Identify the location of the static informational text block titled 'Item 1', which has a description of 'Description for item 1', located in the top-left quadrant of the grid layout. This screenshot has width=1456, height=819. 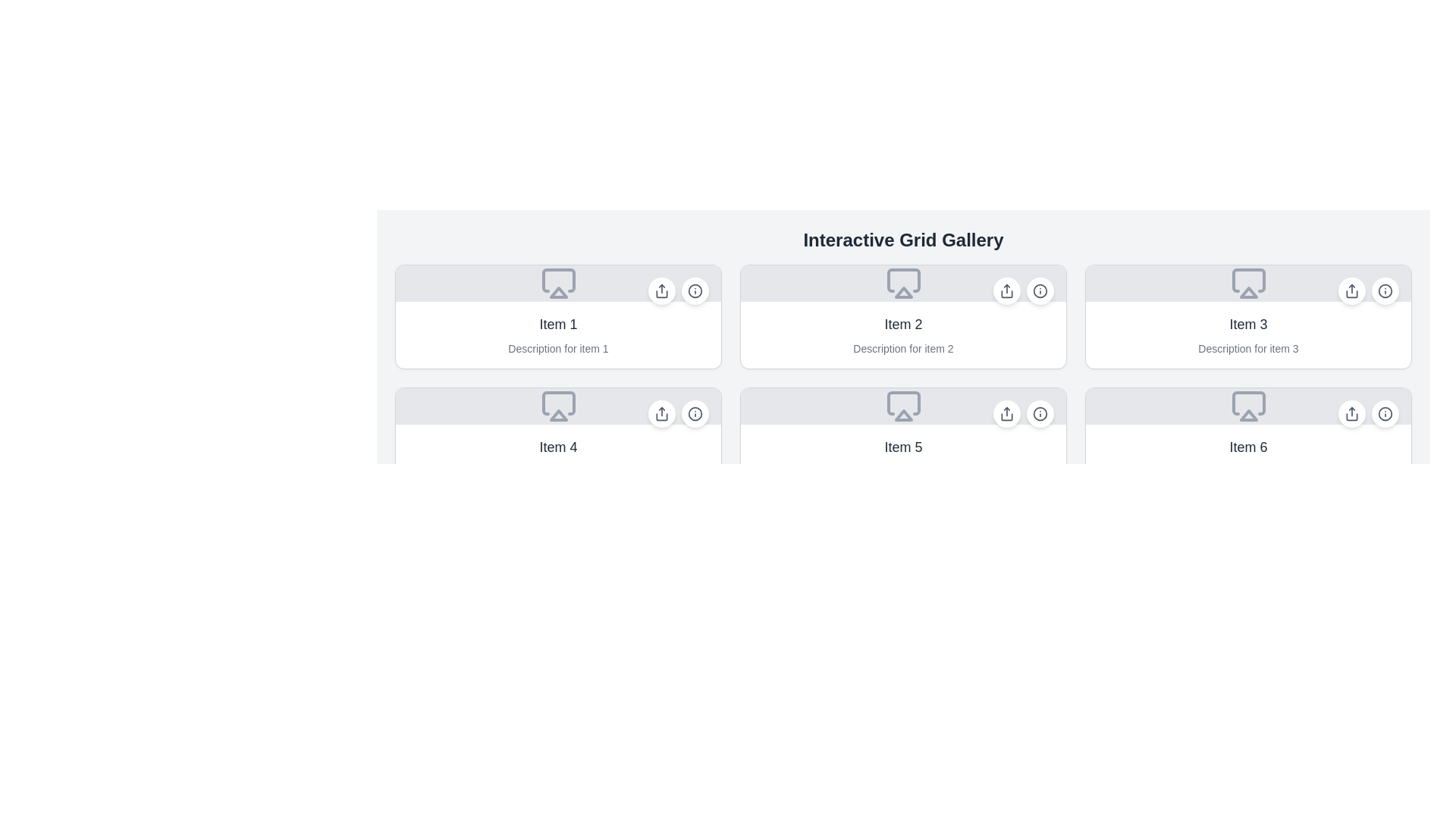
(557, 334).